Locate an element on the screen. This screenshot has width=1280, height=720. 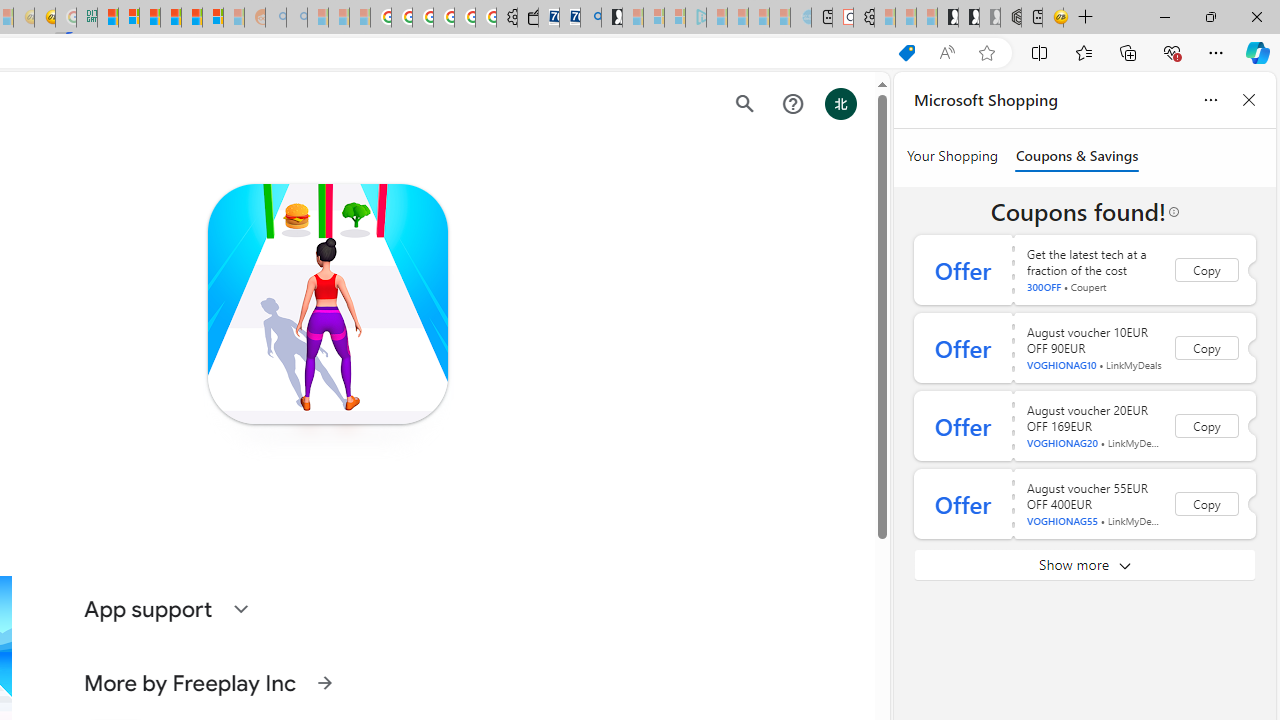
'Copilot (Ctrl+Shift+.)' is located at coordinates (1257, 51).